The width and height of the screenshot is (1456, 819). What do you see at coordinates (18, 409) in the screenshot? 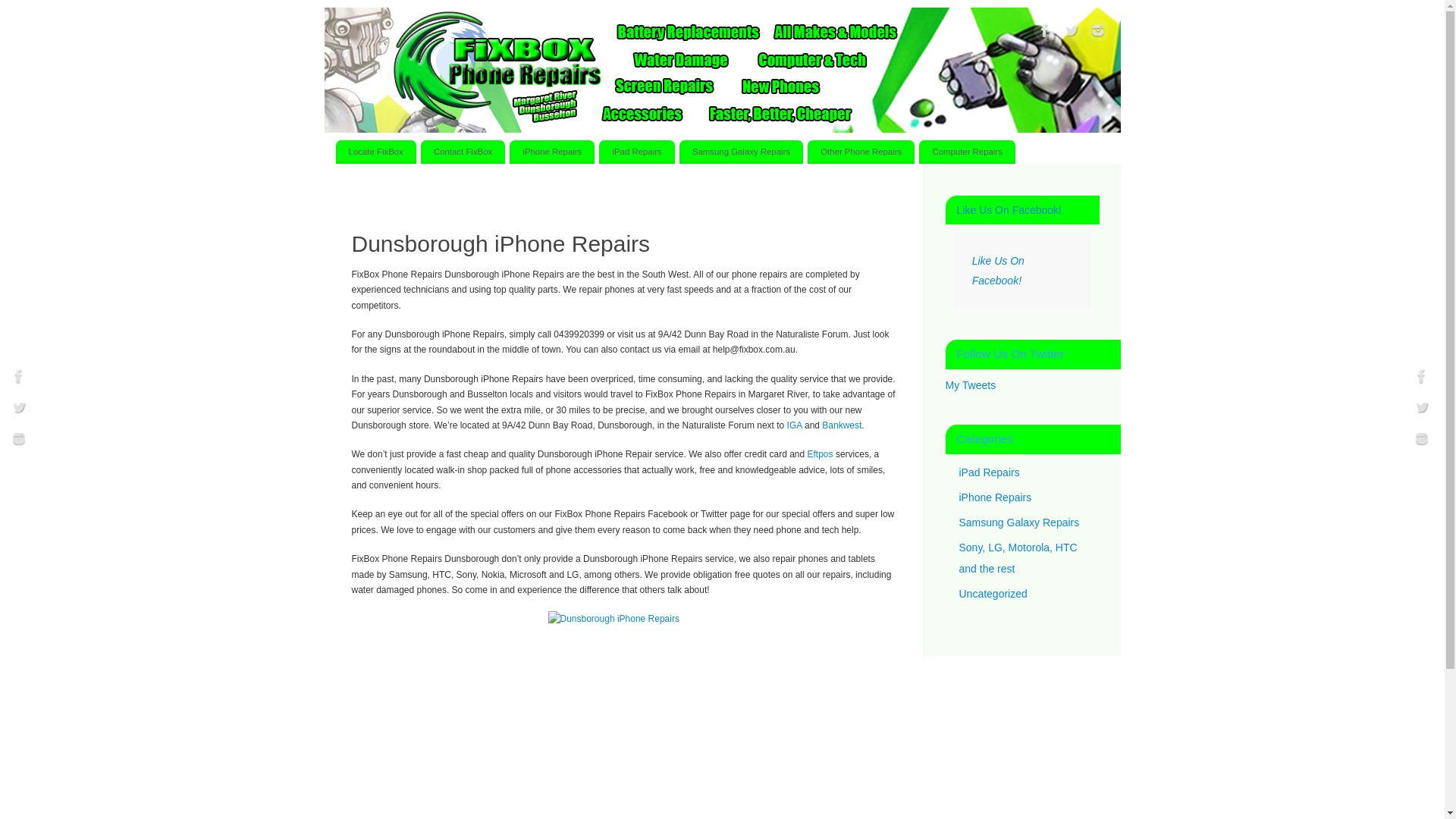
I see `'Twitter'` at bounding box center [18, 409].